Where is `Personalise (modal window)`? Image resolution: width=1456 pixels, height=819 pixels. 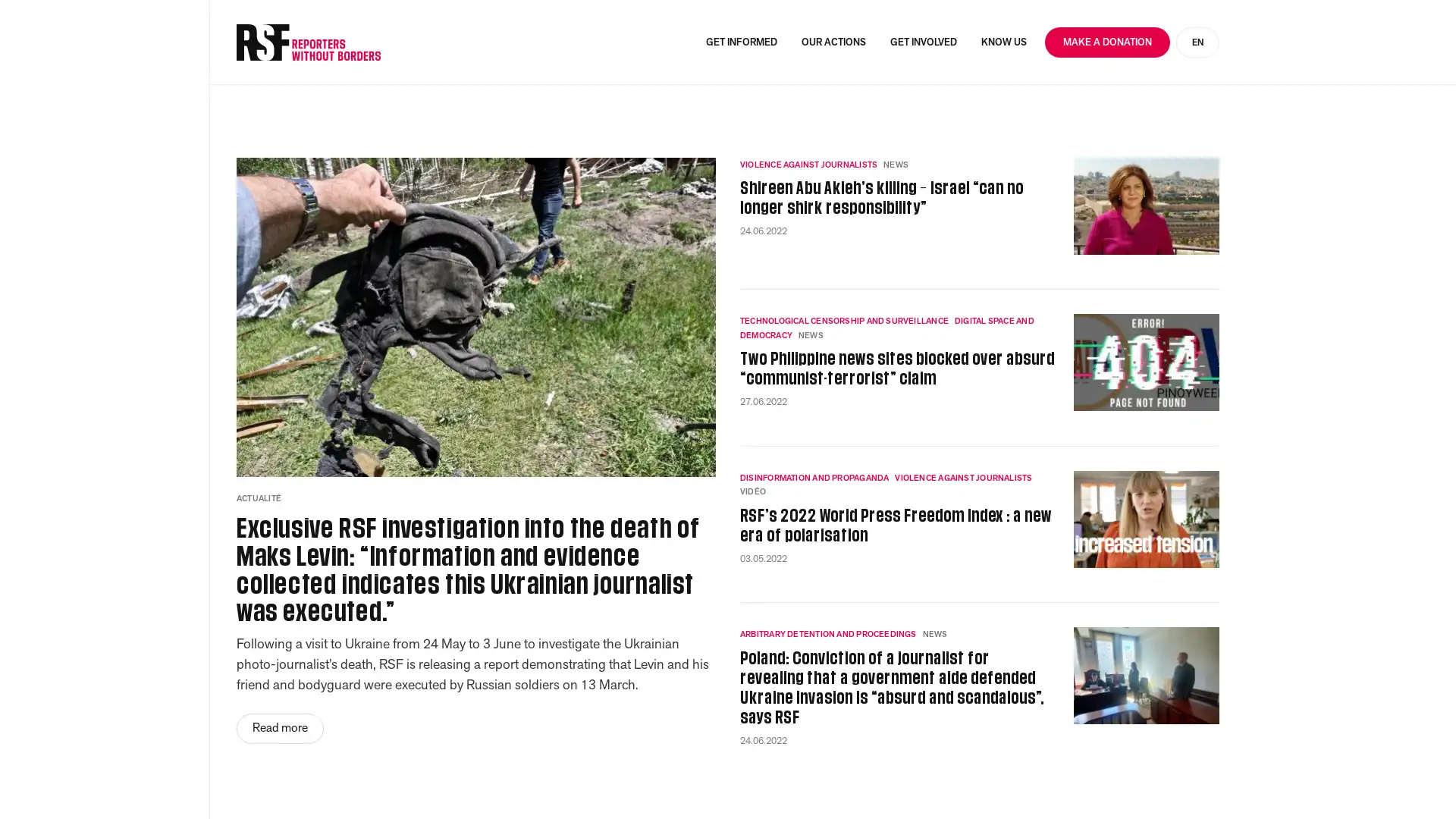 Personalise (modal window) is located at coordinates (1224, 780).